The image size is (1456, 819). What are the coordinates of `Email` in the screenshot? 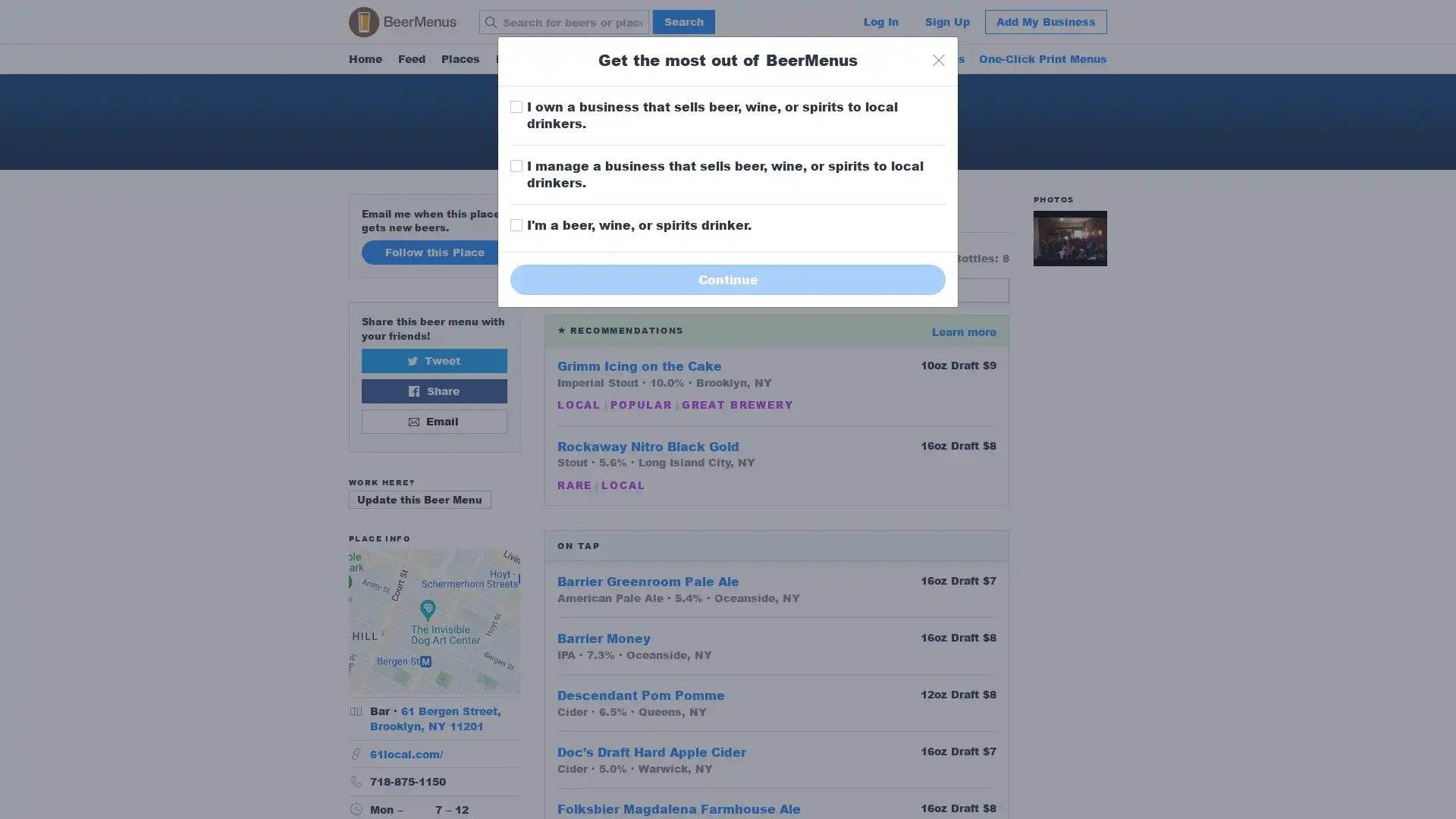 It's located at (433, 421).